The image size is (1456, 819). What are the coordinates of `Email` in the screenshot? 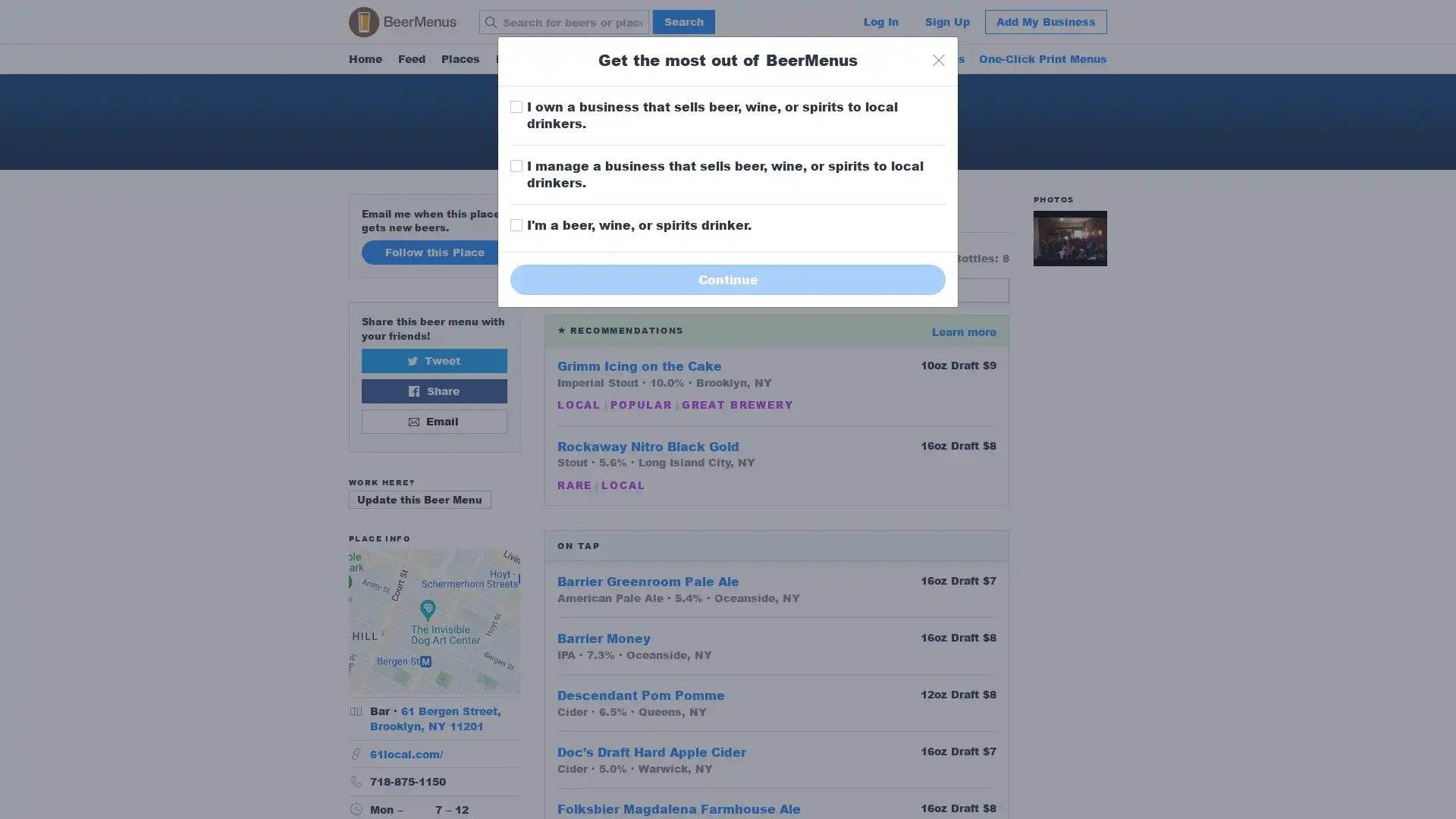 It's located at (433, 421).